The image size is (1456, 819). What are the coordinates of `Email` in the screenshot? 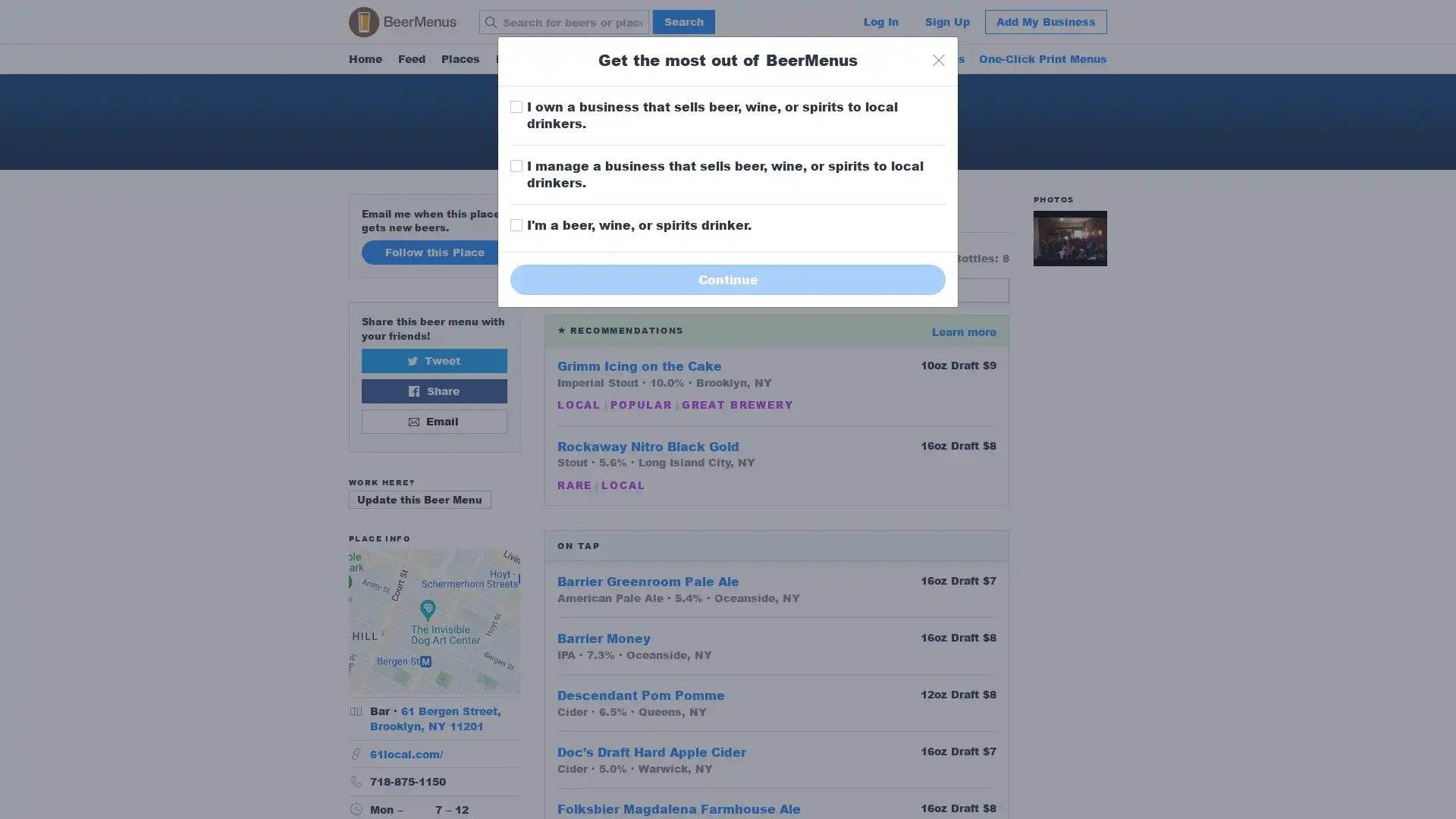 It's located at (433, 421).